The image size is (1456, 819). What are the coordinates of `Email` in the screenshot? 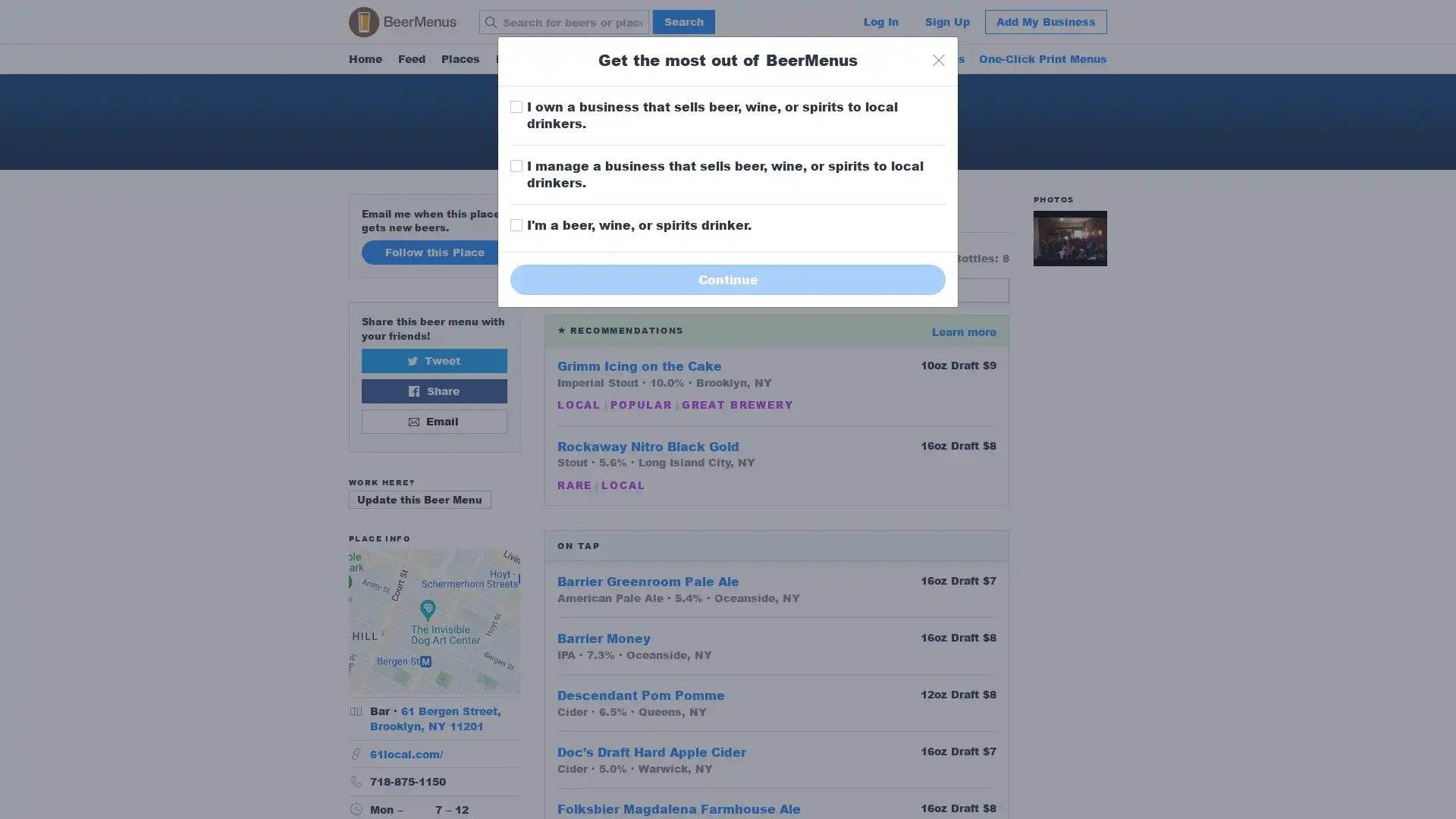 It's located at (433, 421).